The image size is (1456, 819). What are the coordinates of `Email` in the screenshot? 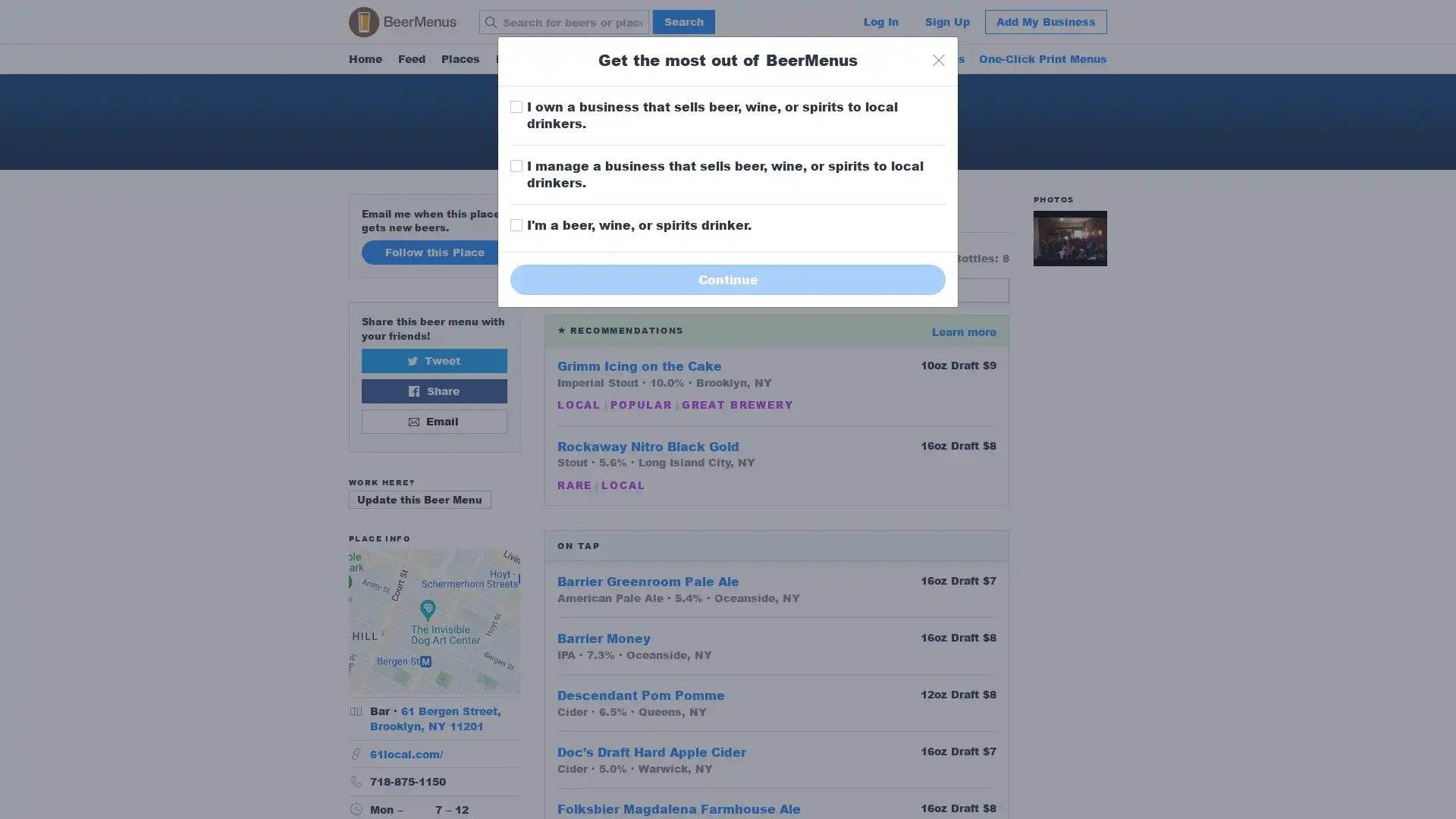 It's located at (433, 421).